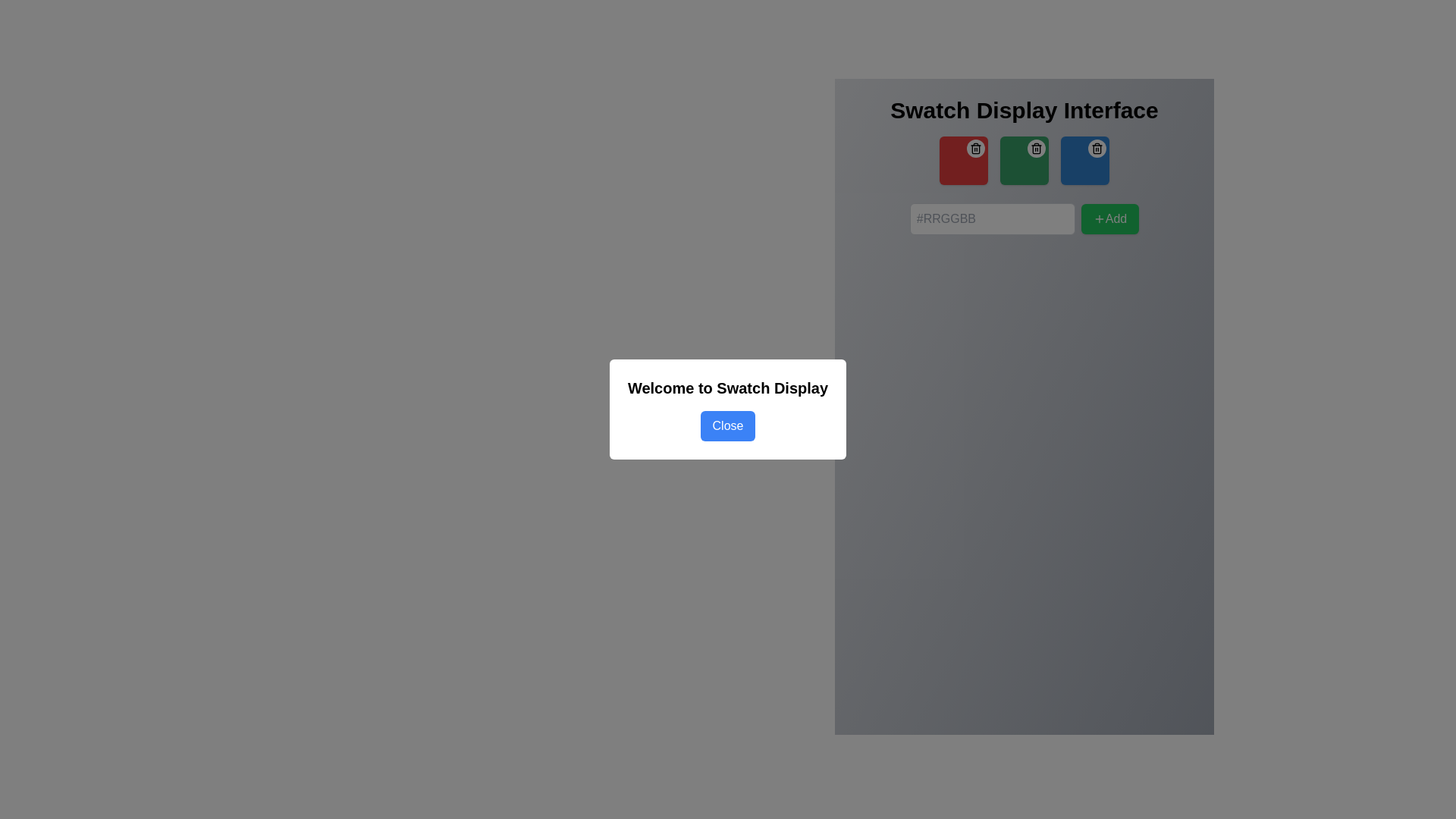 This screenshot has height=819, width=1456. What do you see at coordinates (975, 149) in the screenshot?
I see `the trash icon located in the top-right corner of the red swatch` at bounding box center [975, 149].